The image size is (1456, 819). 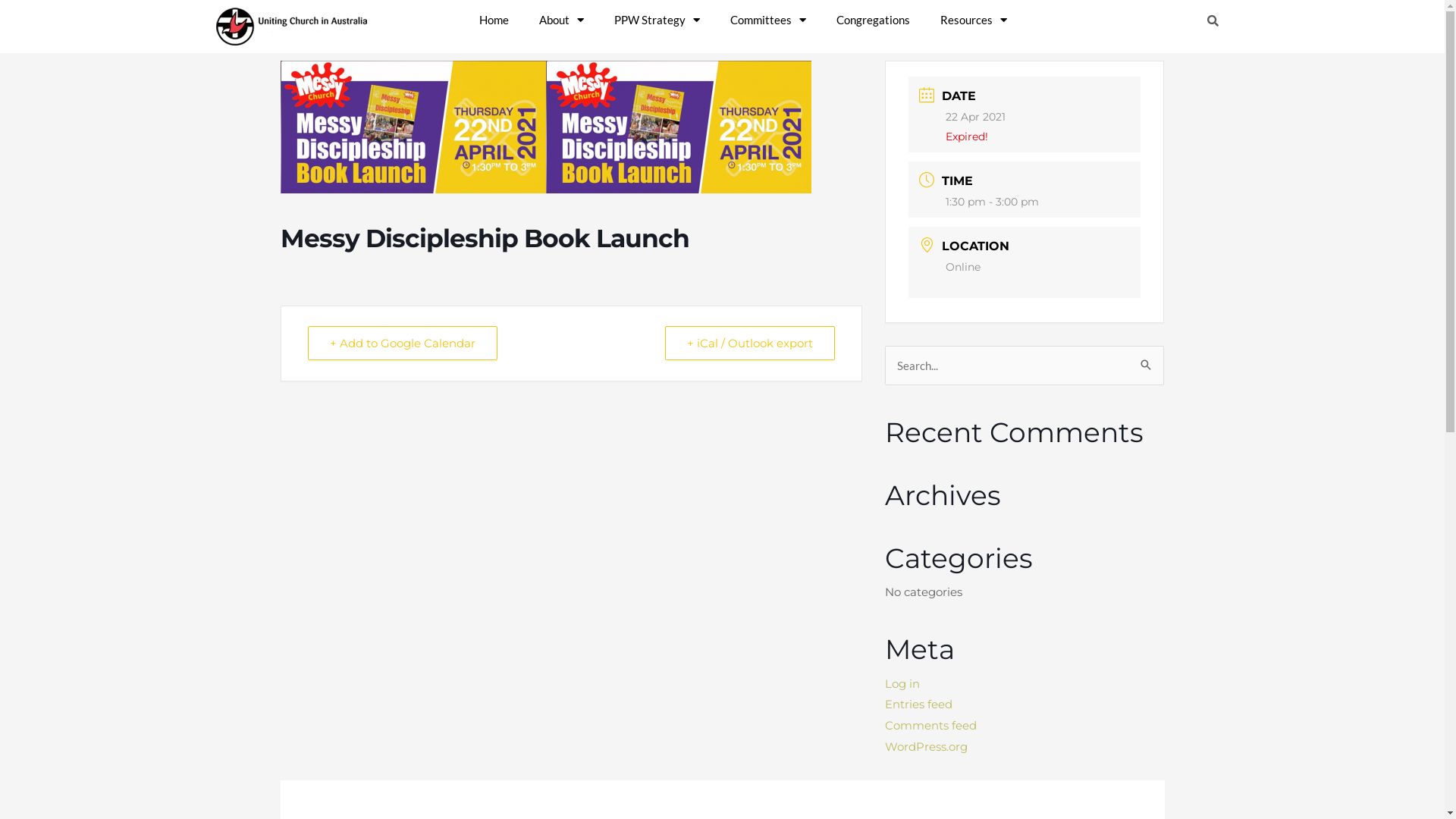 I want to click on 'Search', so click(x=1139, y=359).